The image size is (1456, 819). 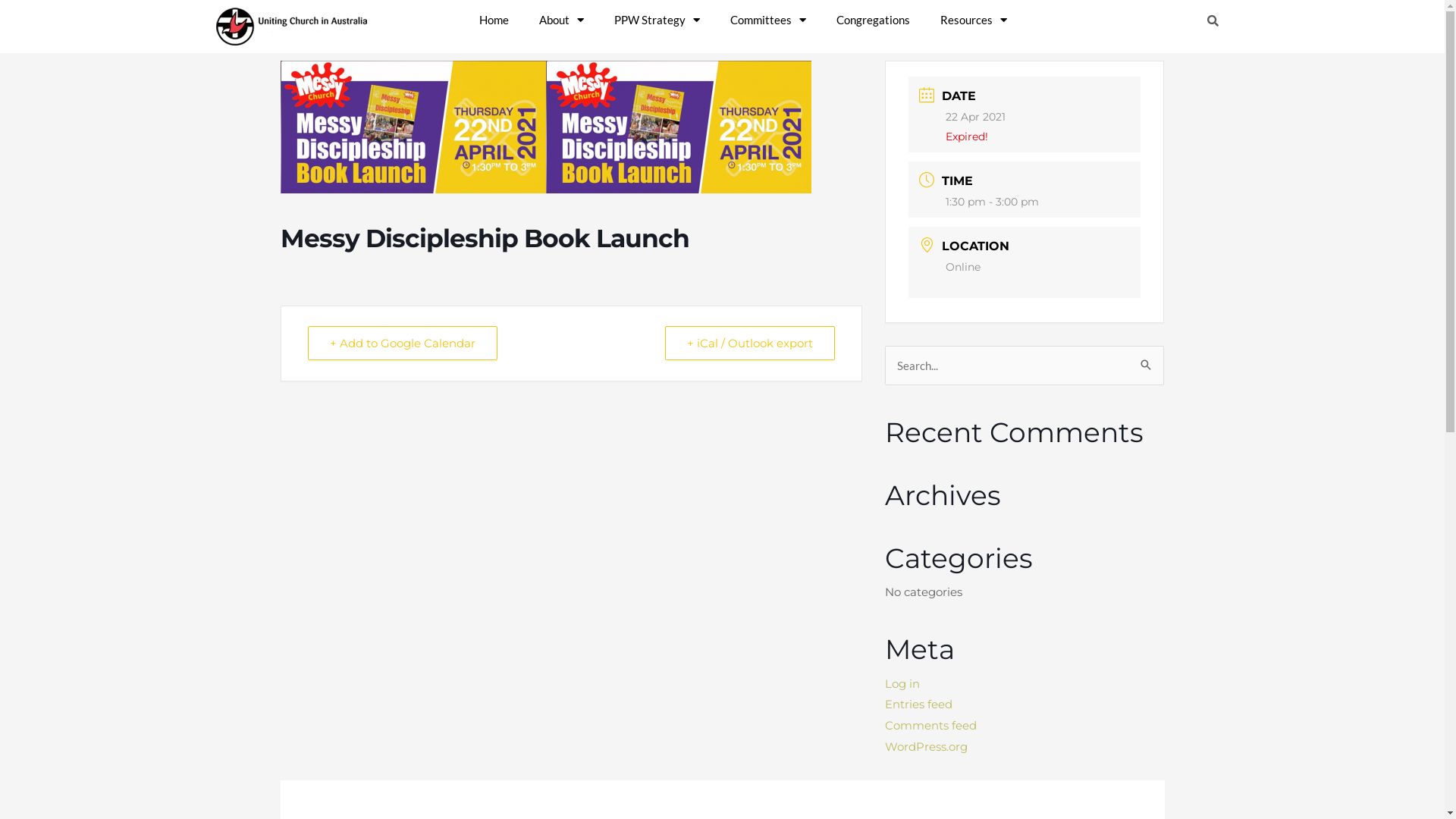 I want to click on 'Search', so click(x=1139, y=359).